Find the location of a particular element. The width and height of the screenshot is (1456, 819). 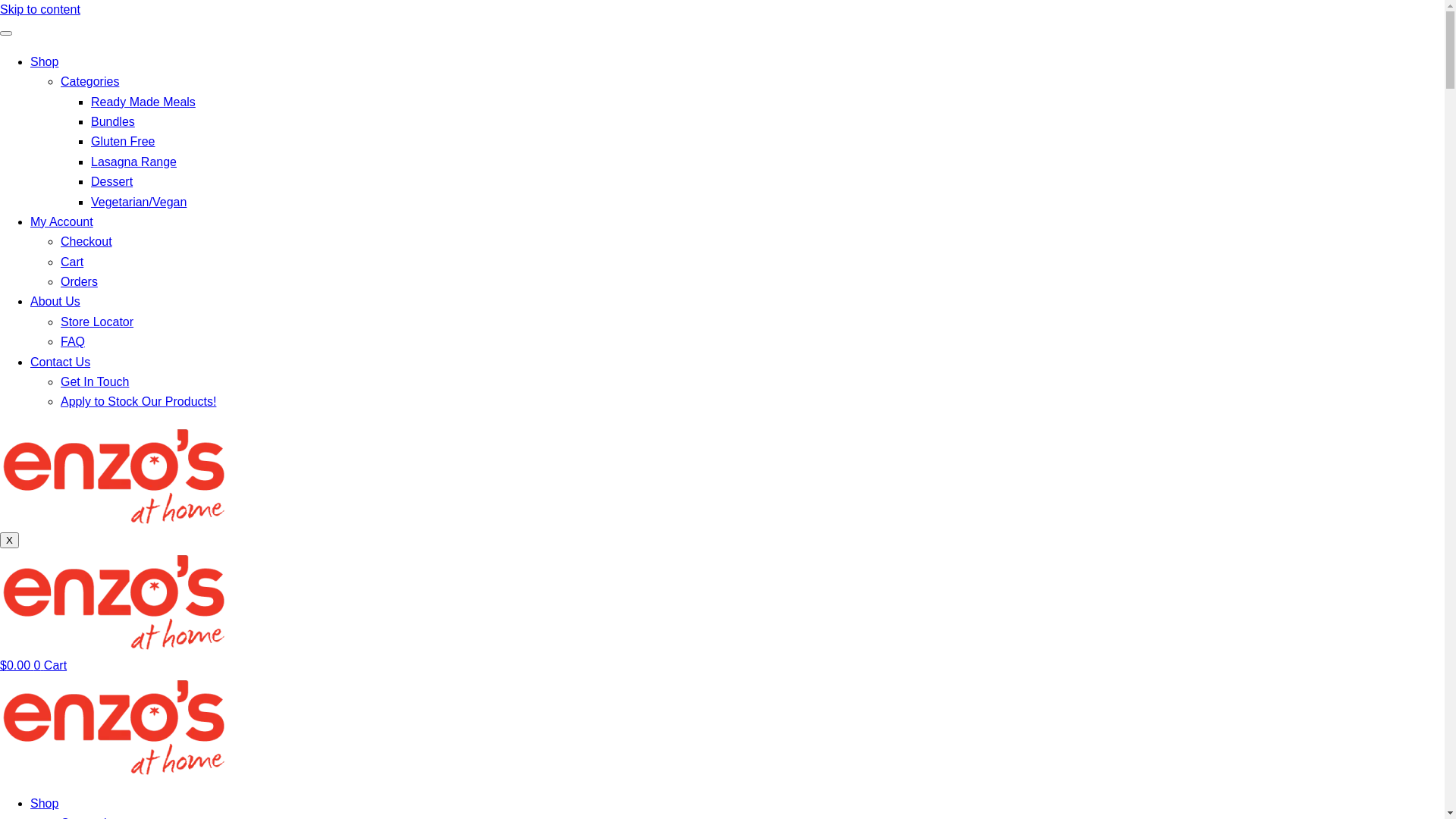

'Vegetarian/Vegan' is located at coordinates (138, 201).